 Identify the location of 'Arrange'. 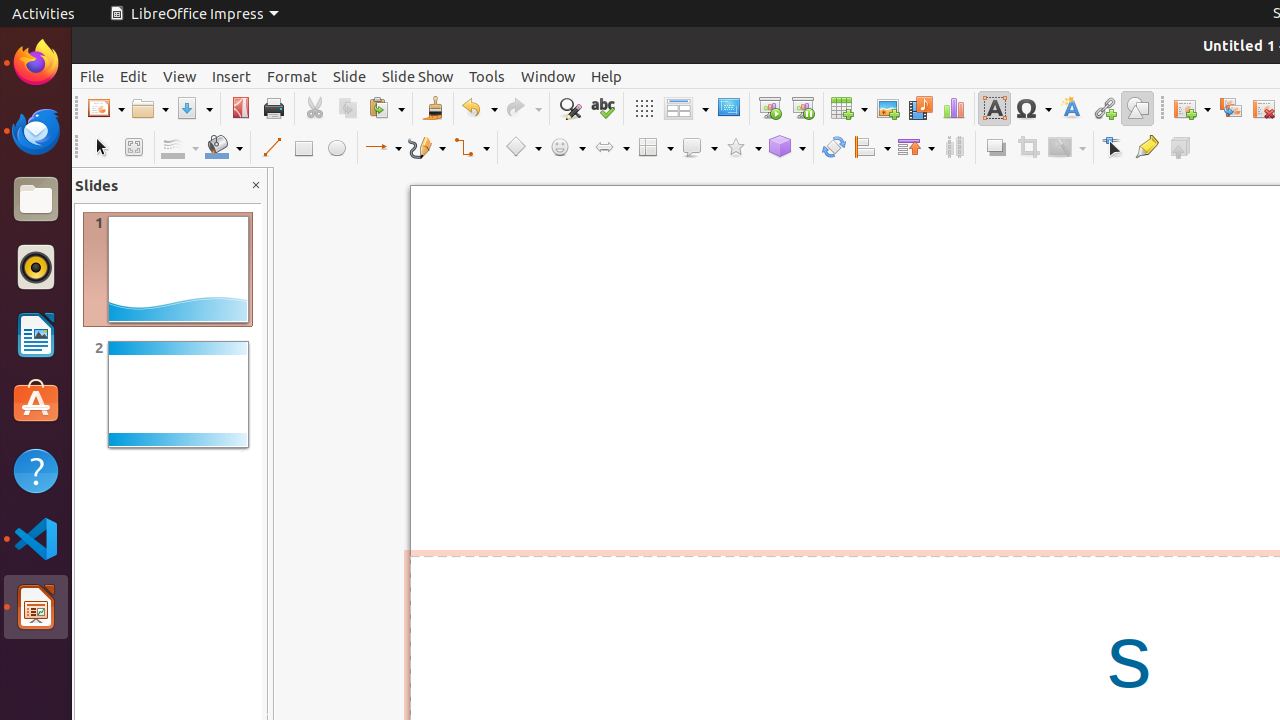
(914, 146).